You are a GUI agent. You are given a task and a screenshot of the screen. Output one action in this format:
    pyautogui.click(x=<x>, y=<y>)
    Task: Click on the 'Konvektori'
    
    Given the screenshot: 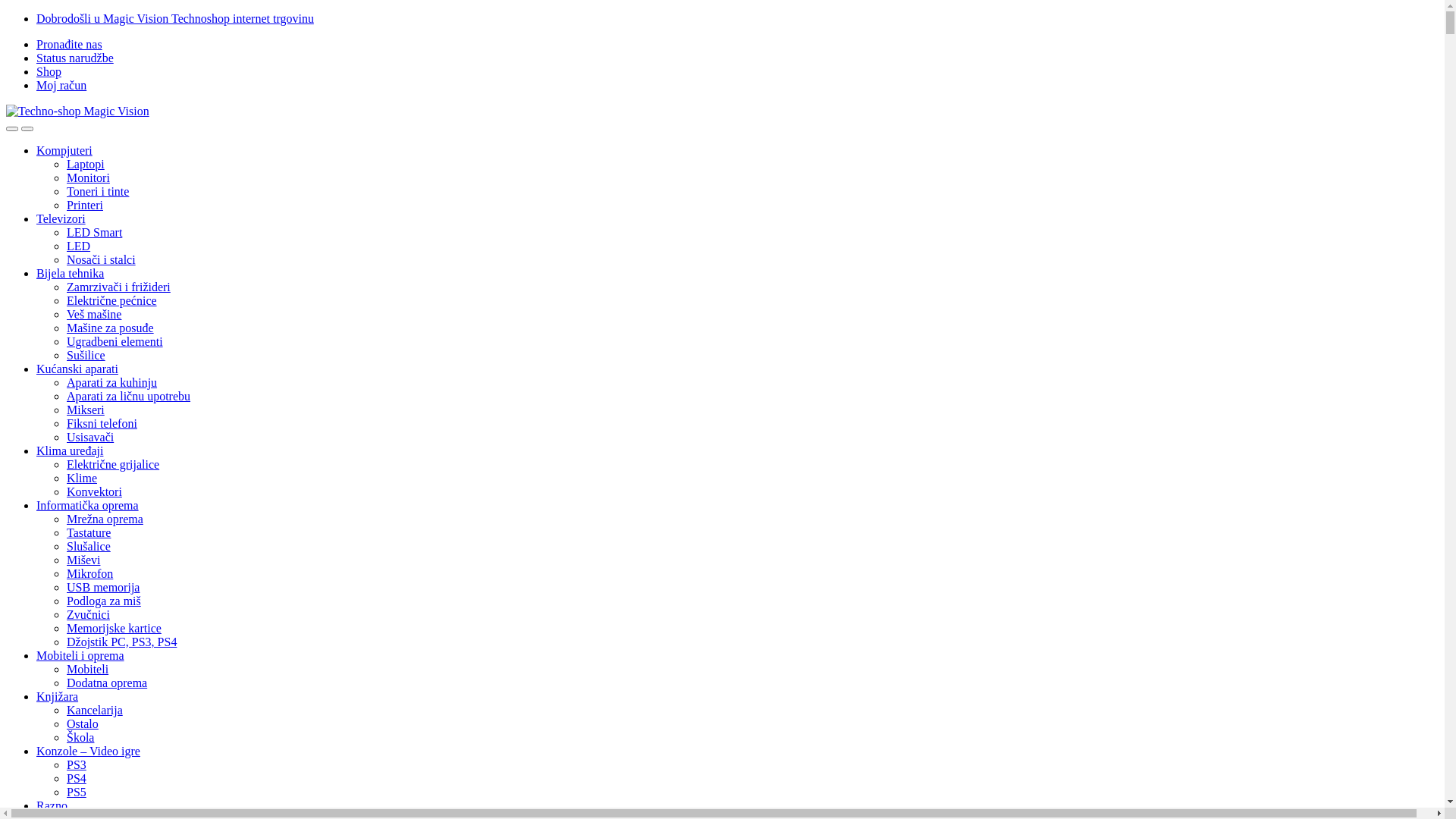 What is the action you would take?
    pyautogui.click(x=93, y=491)
    